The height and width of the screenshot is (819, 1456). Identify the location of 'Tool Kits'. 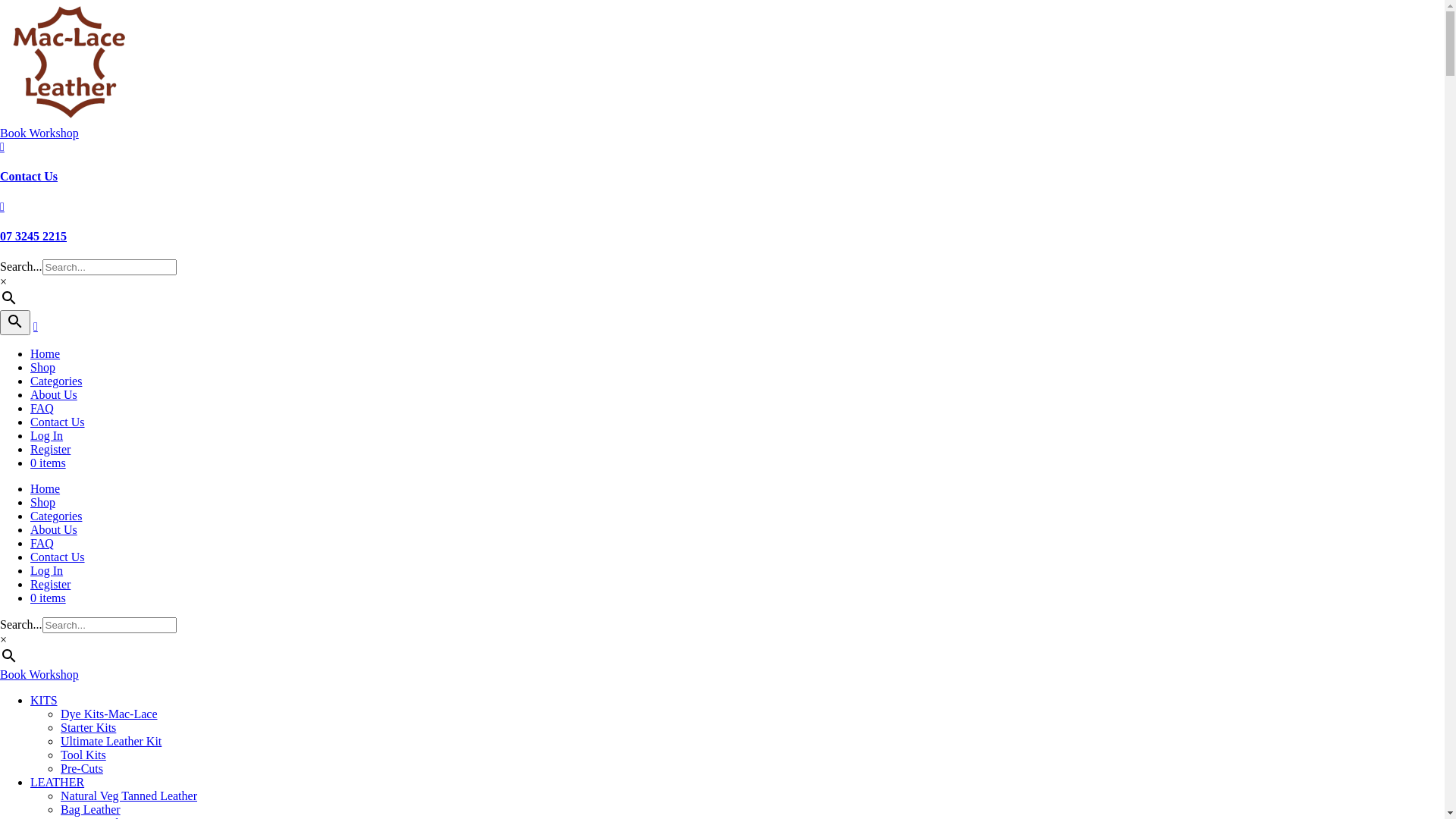
(61, 755).